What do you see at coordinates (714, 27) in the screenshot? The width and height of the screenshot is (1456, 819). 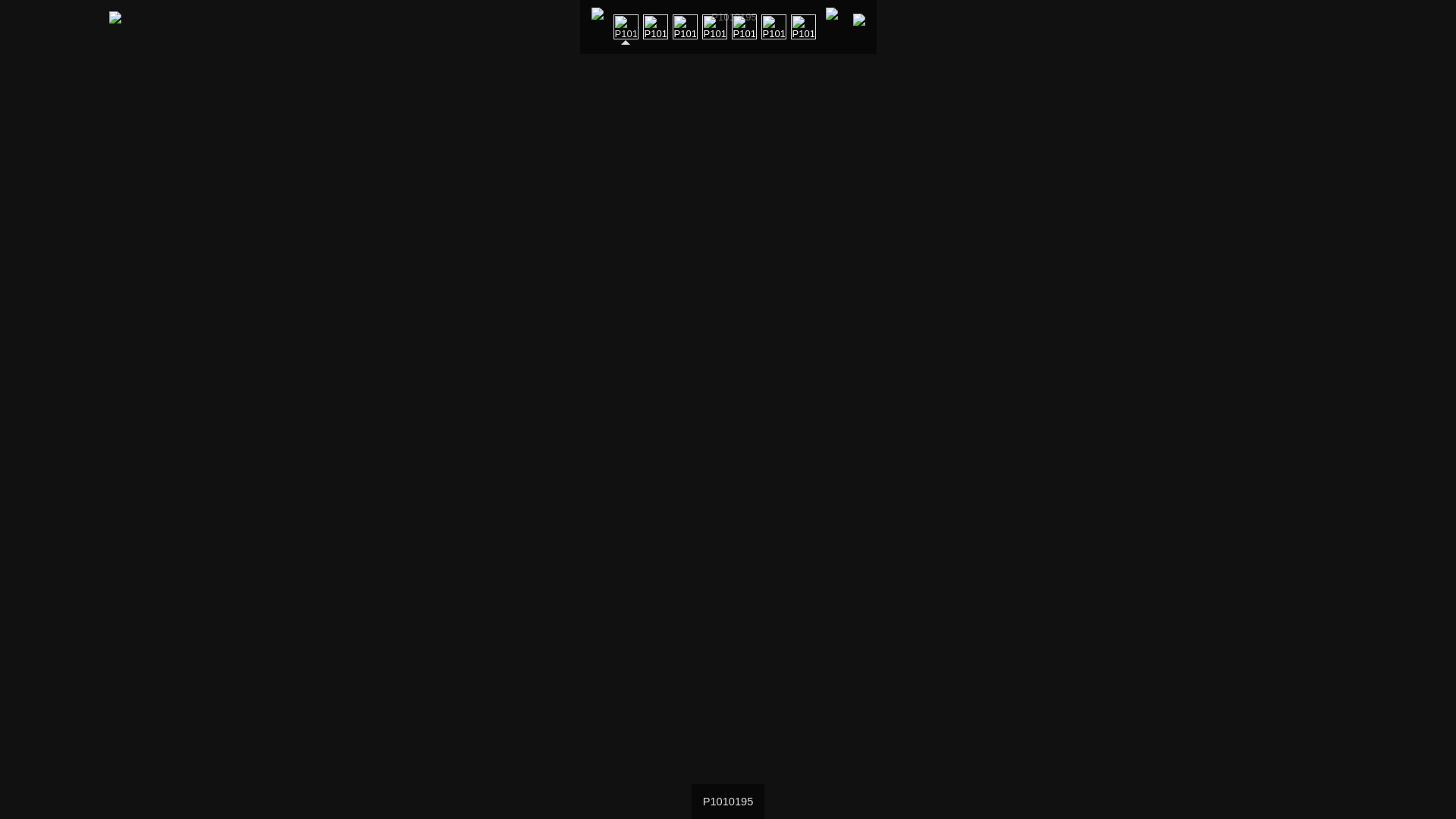 I see `'P1010075'` at bounding box center [714, 27].